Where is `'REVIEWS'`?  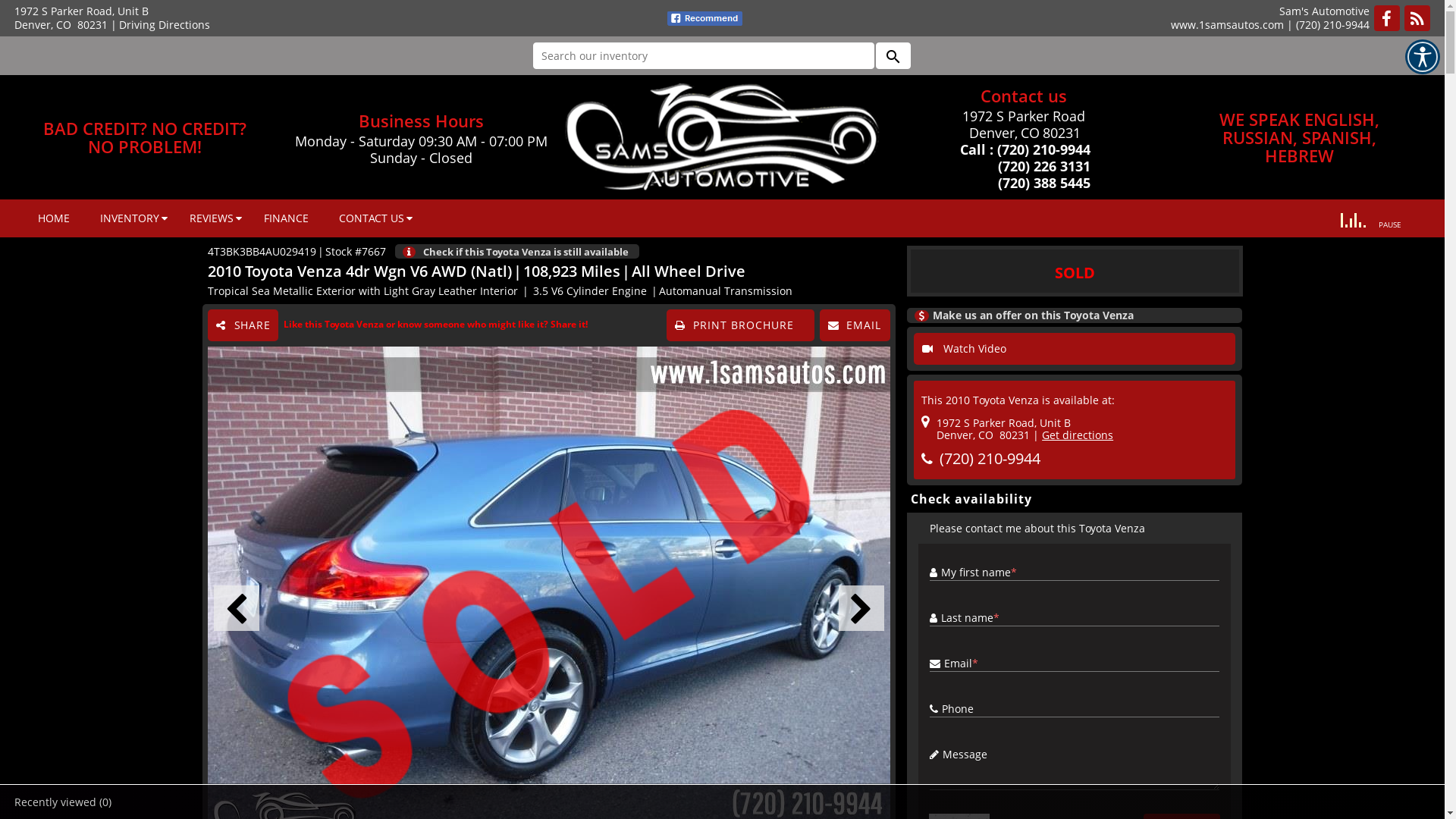
'REVIEWS' is located at coordinates (210, 218).